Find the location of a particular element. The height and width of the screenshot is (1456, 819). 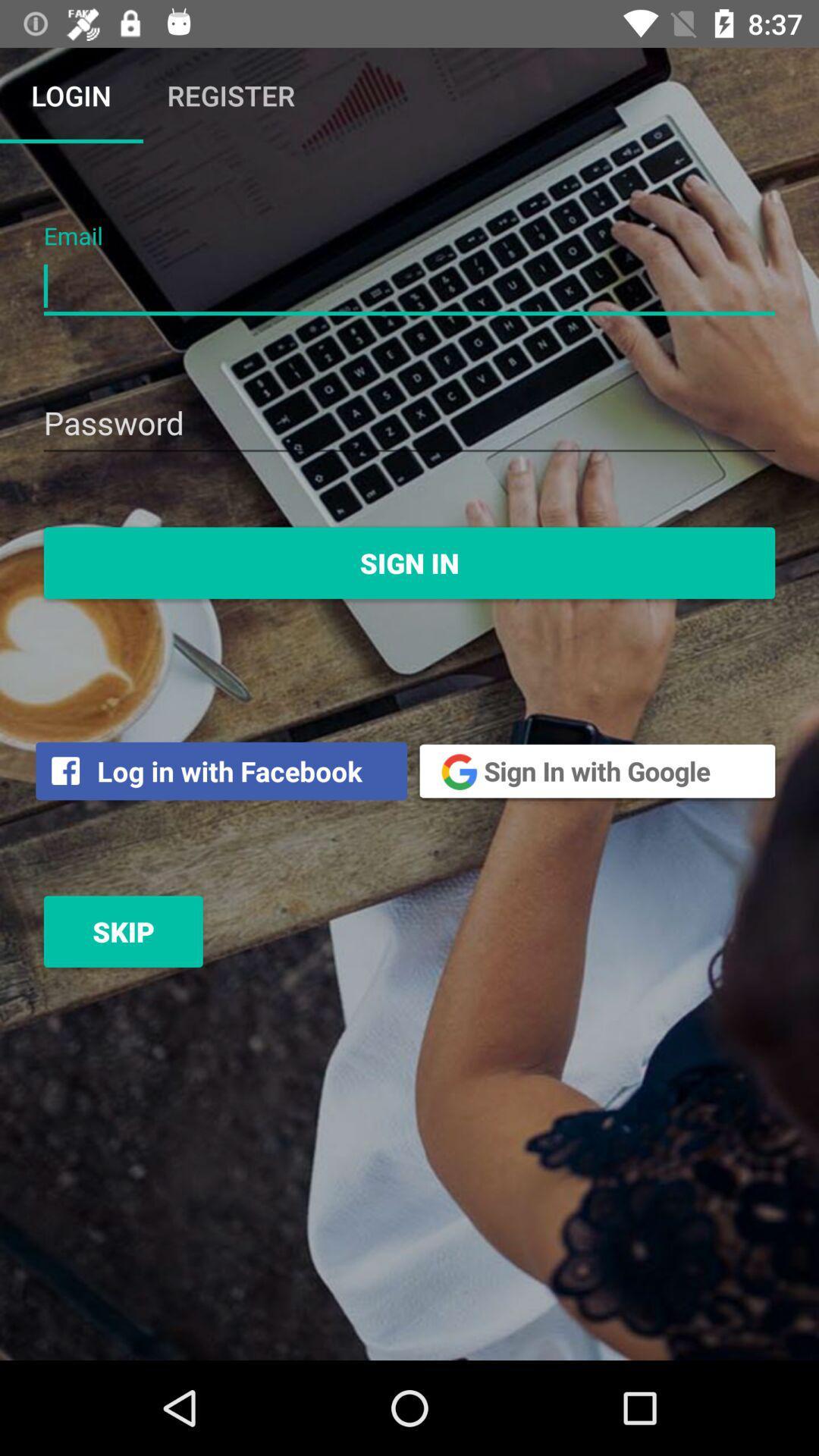

email address text box is located at coordinates (409, 287).